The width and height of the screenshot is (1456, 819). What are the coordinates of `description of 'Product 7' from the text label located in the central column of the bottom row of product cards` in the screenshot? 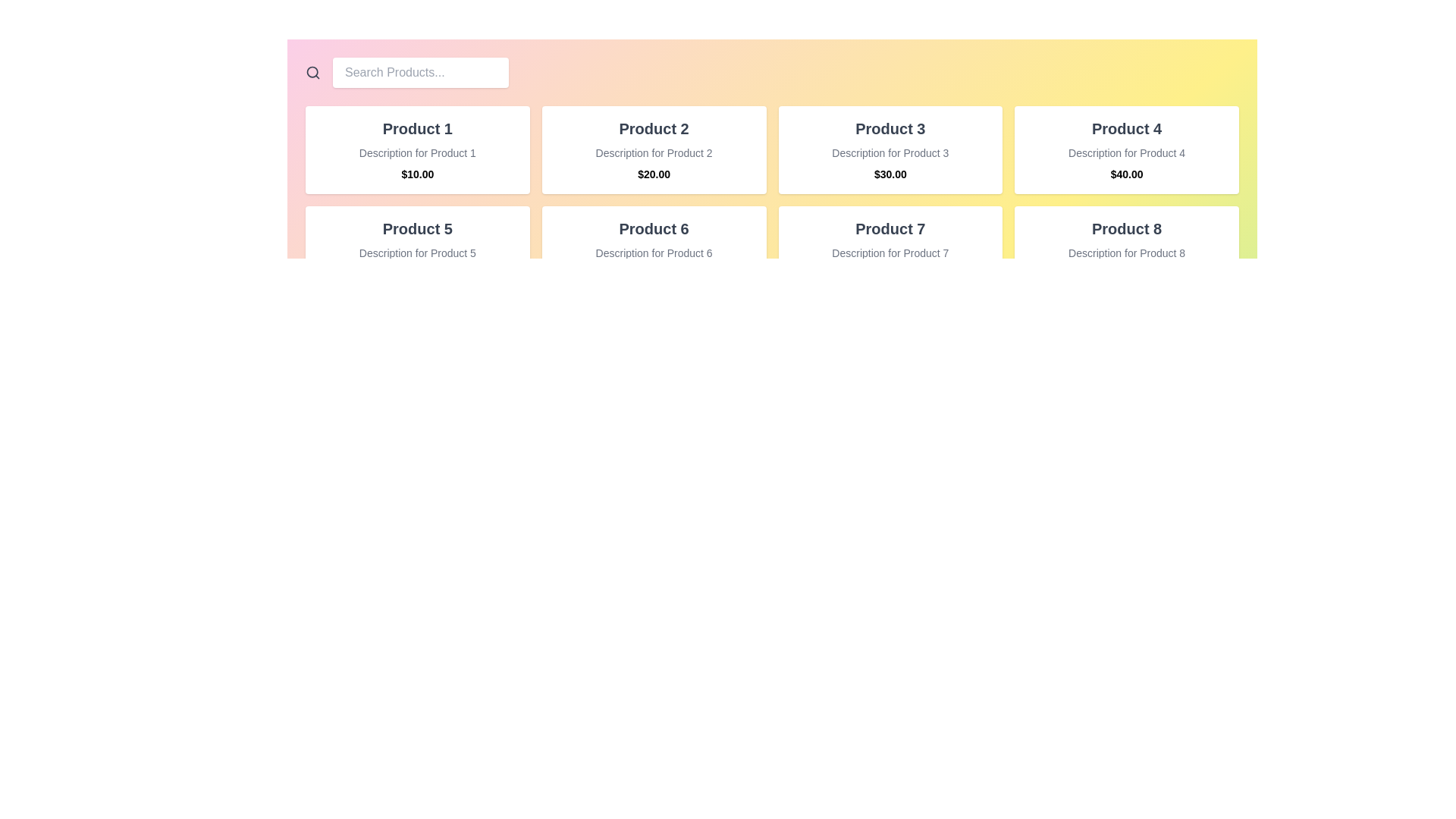 It's located at (890, 253).